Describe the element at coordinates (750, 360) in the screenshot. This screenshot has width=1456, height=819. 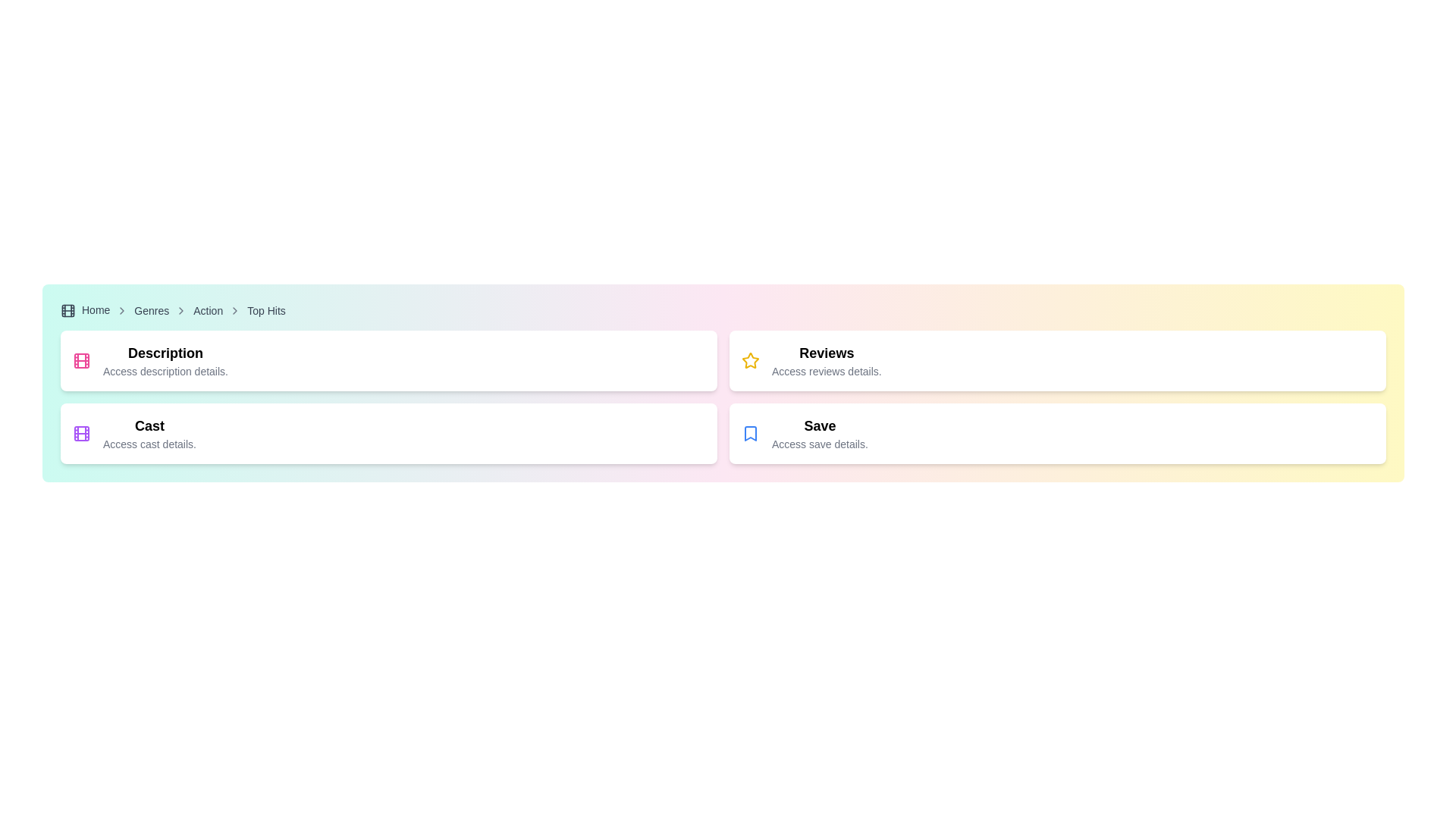
I see `the small yellow star icon with a hollow center located in the top-right area of the 'Reviews' section` at that location.